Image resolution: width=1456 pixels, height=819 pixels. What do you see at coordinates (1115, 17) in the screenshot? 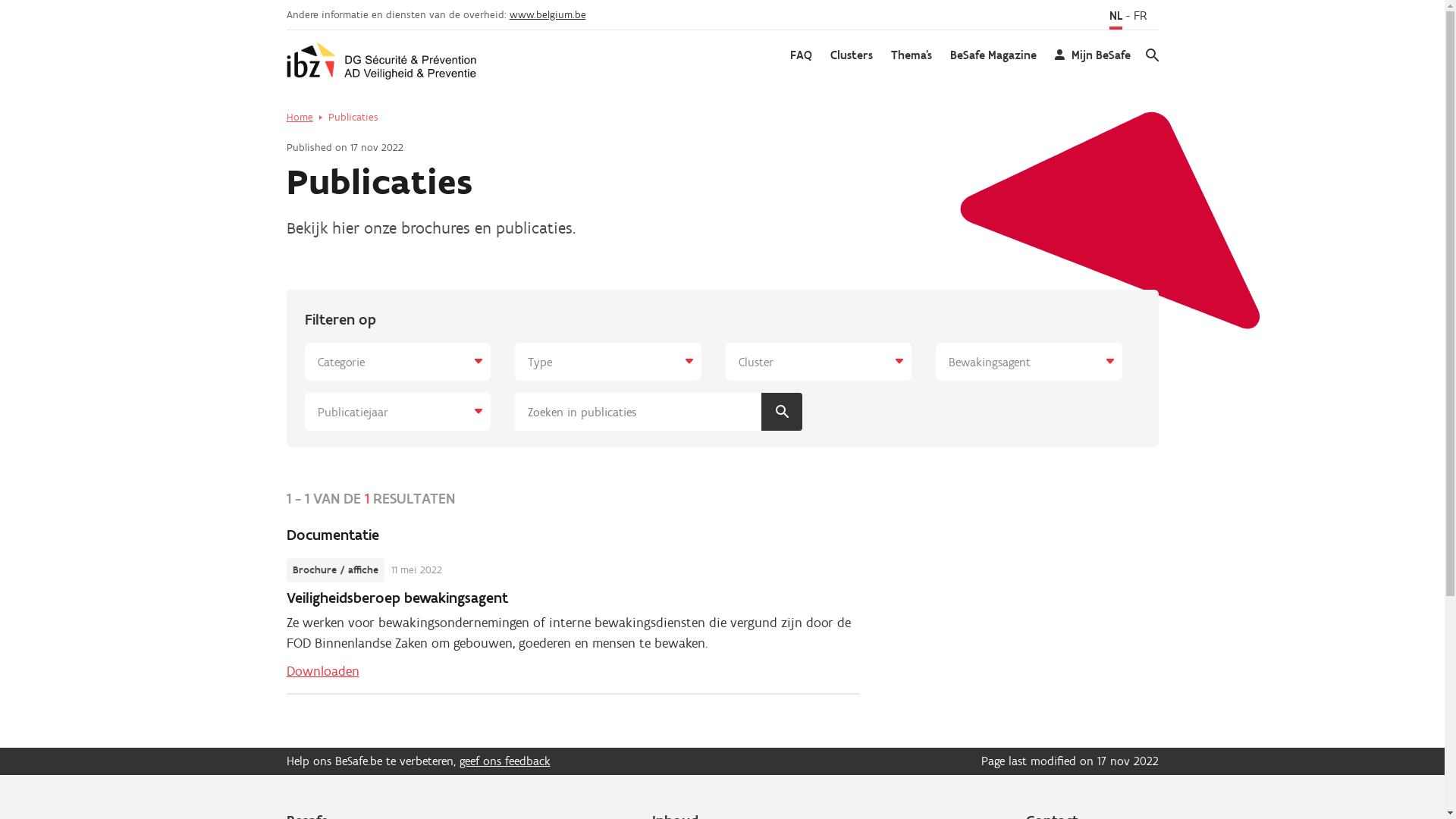
I see `'NL'` at bounding box center [1115, 17].